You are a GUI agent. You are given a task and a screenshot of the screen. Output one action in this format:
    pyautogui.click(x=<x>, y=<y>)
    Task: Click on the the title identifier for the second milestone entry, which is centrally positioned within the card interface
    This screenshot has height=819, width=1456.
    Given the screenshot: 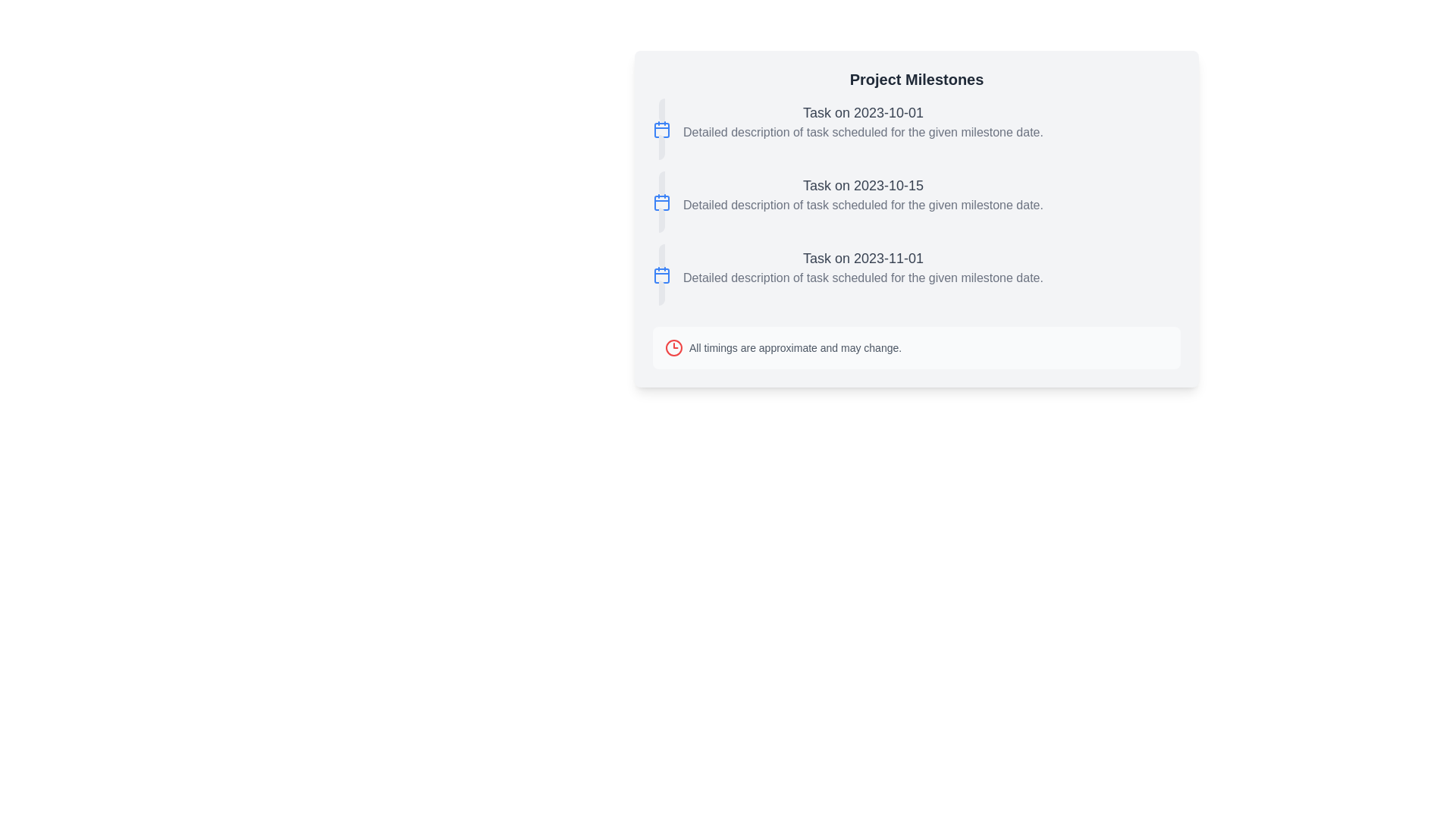 What is the action you would take?
    pyautogui.click(x=863, y=185)
    